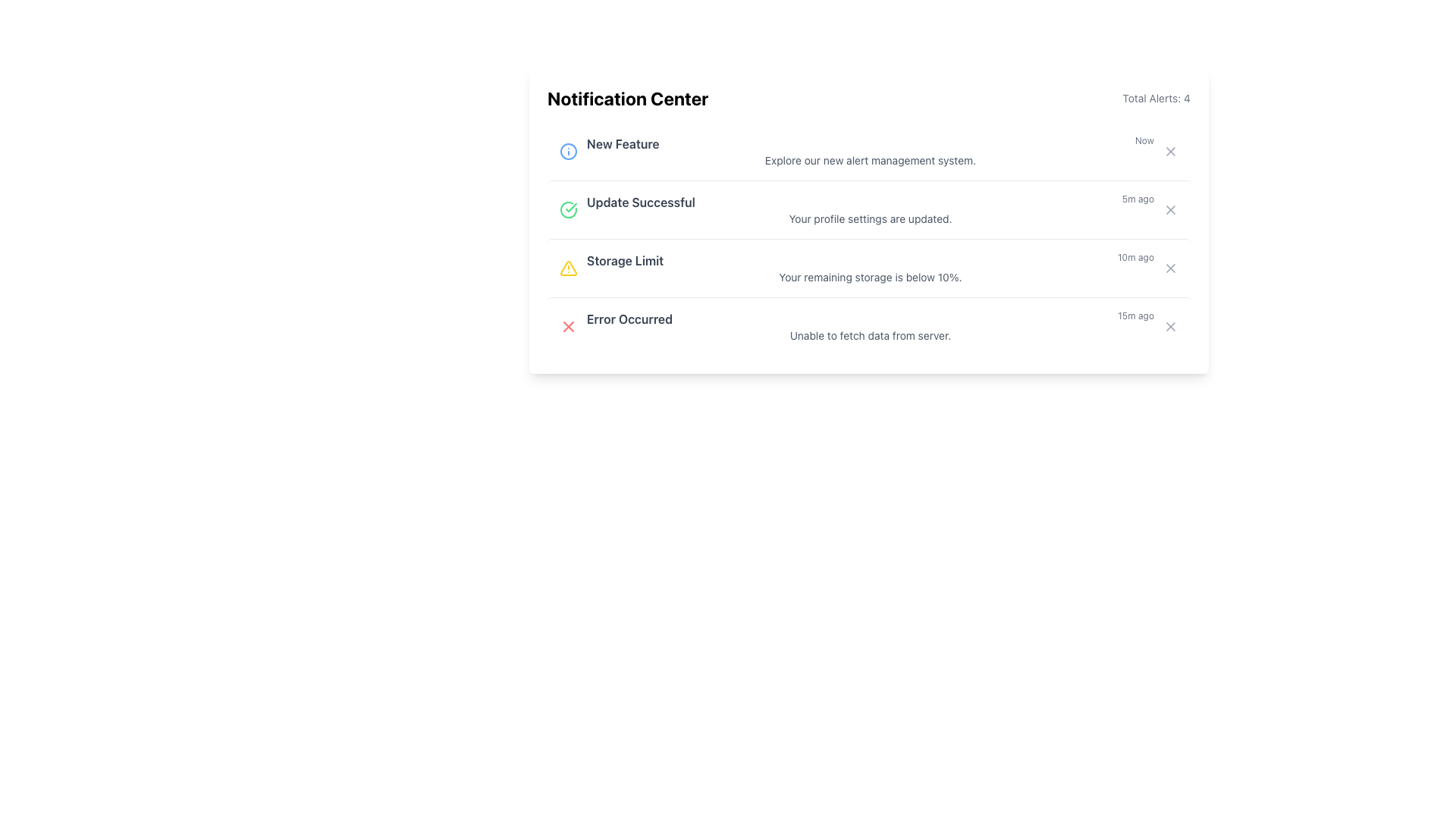 The height and width of the screenshot is (819, 1456). What do you see at coordinates (570, 207) in the screenshot?
I see `the checkmark icon that indicates successful completion, located next to the 'Update Successful' notification` at bounding box center [570, 207].